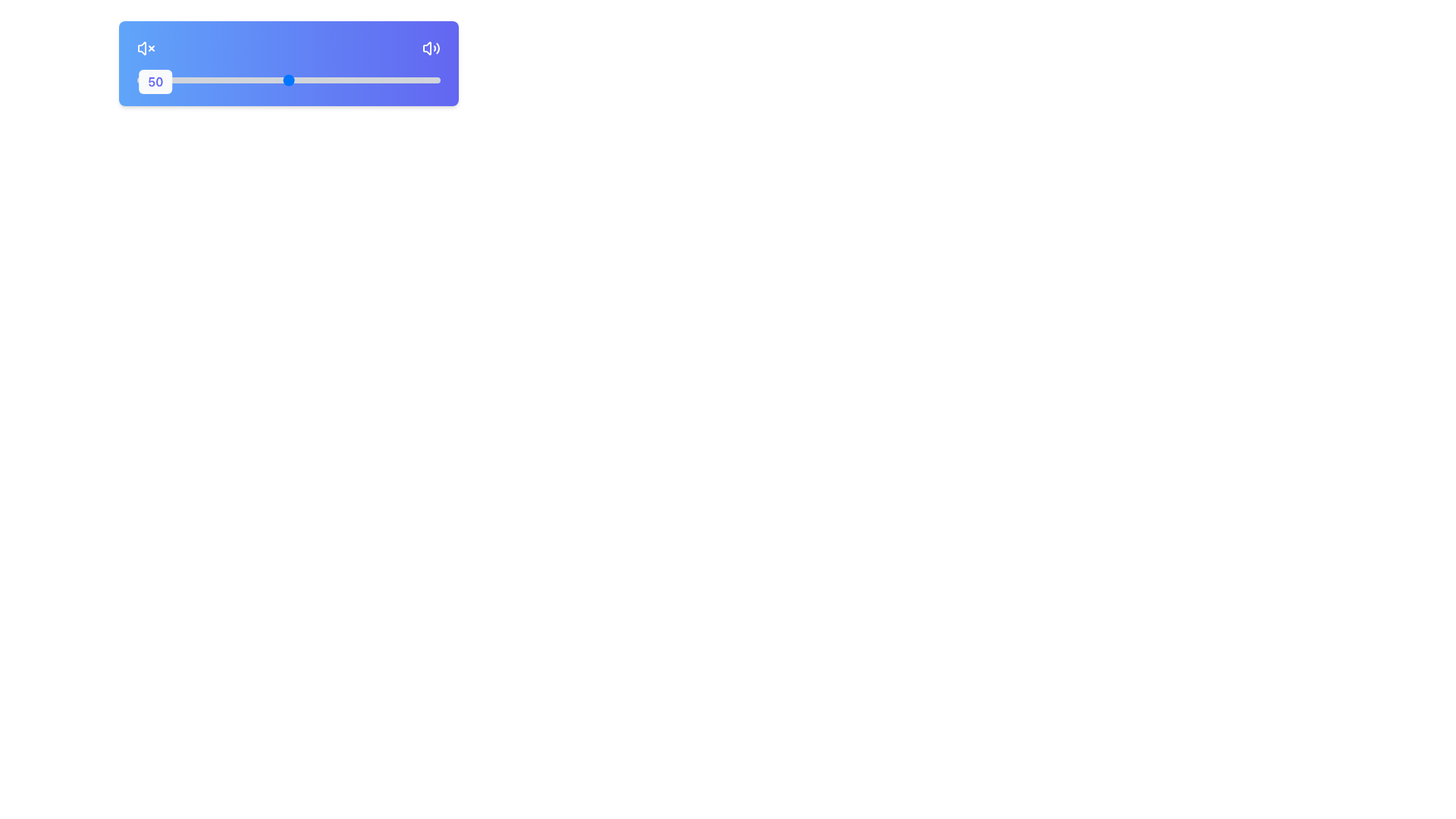  I want to click on the slider, so click(233, 80).